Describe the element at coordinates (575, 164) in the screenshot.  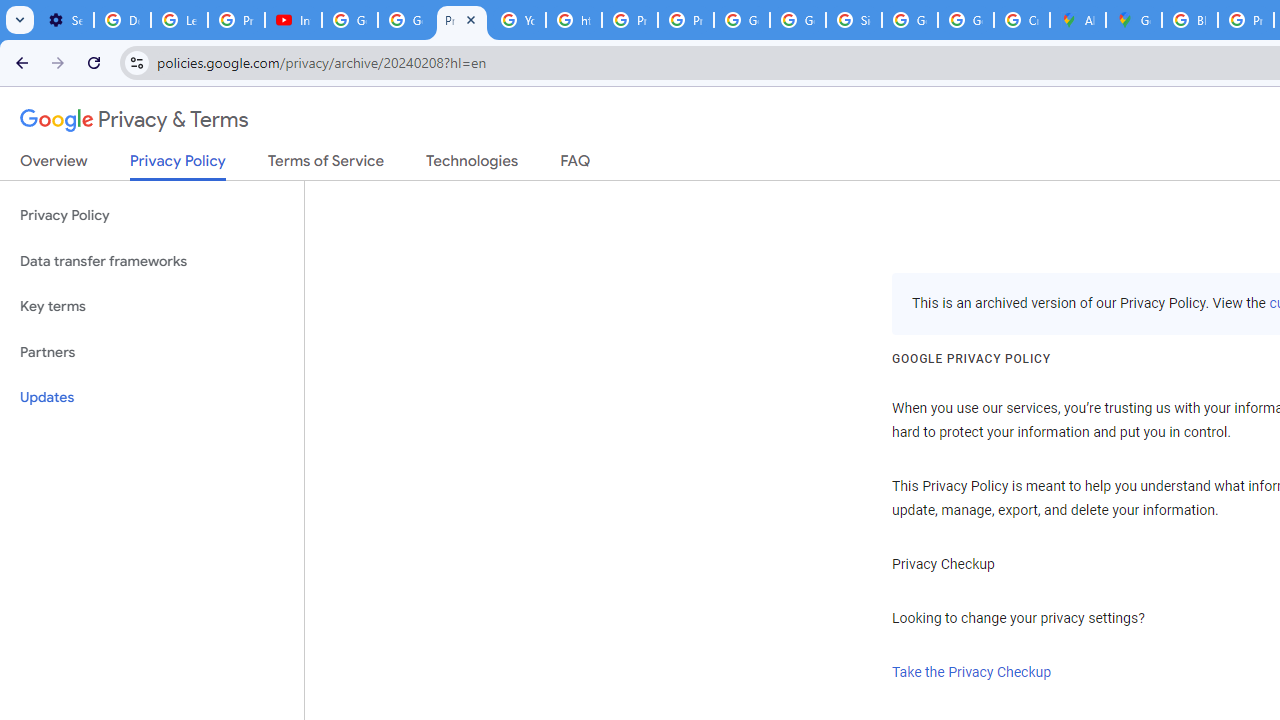
I see `'FAQ'` at that location.